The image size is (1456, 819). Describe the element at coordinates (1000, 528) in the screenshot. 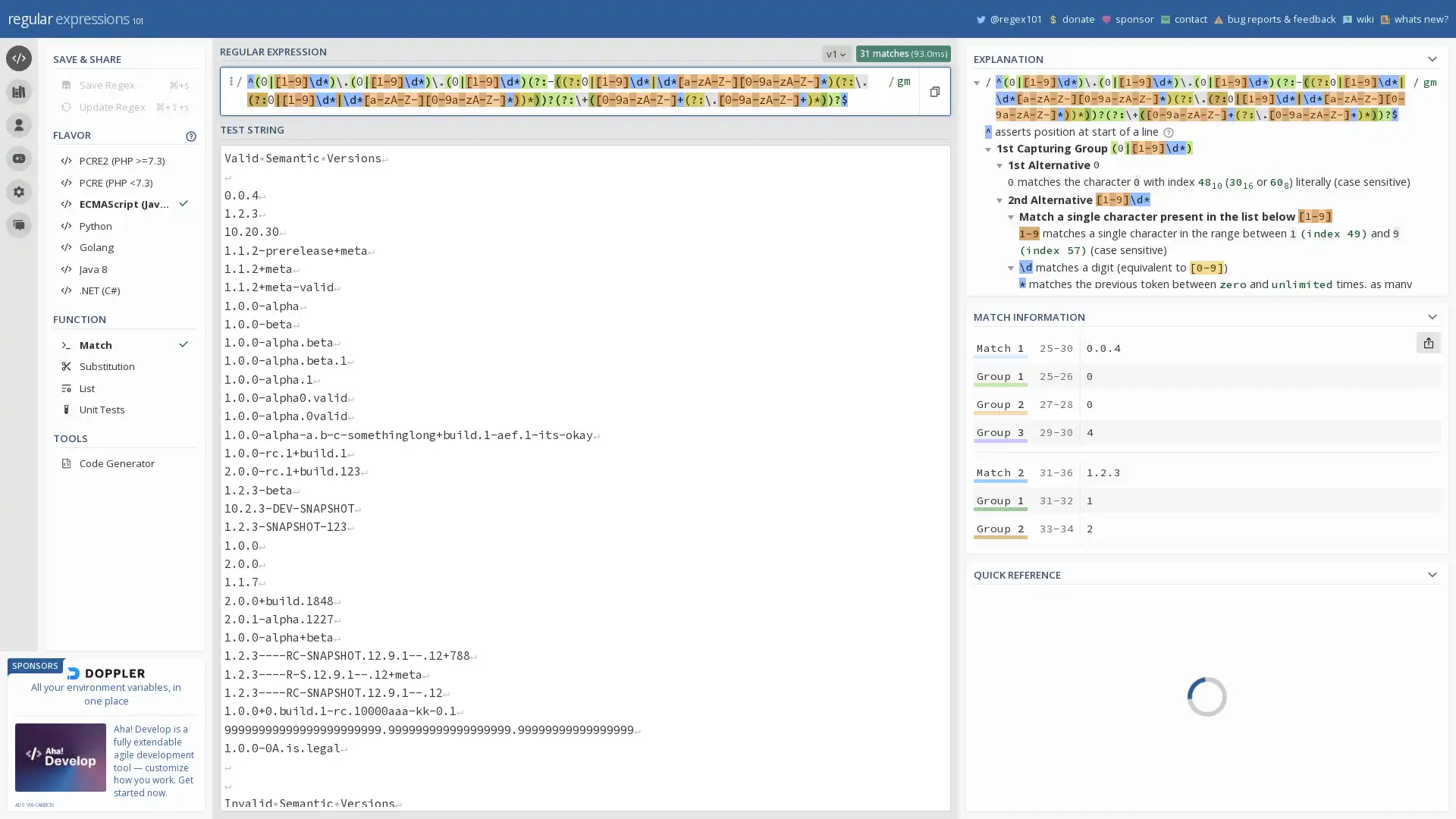

I see `Group 2` at that location.